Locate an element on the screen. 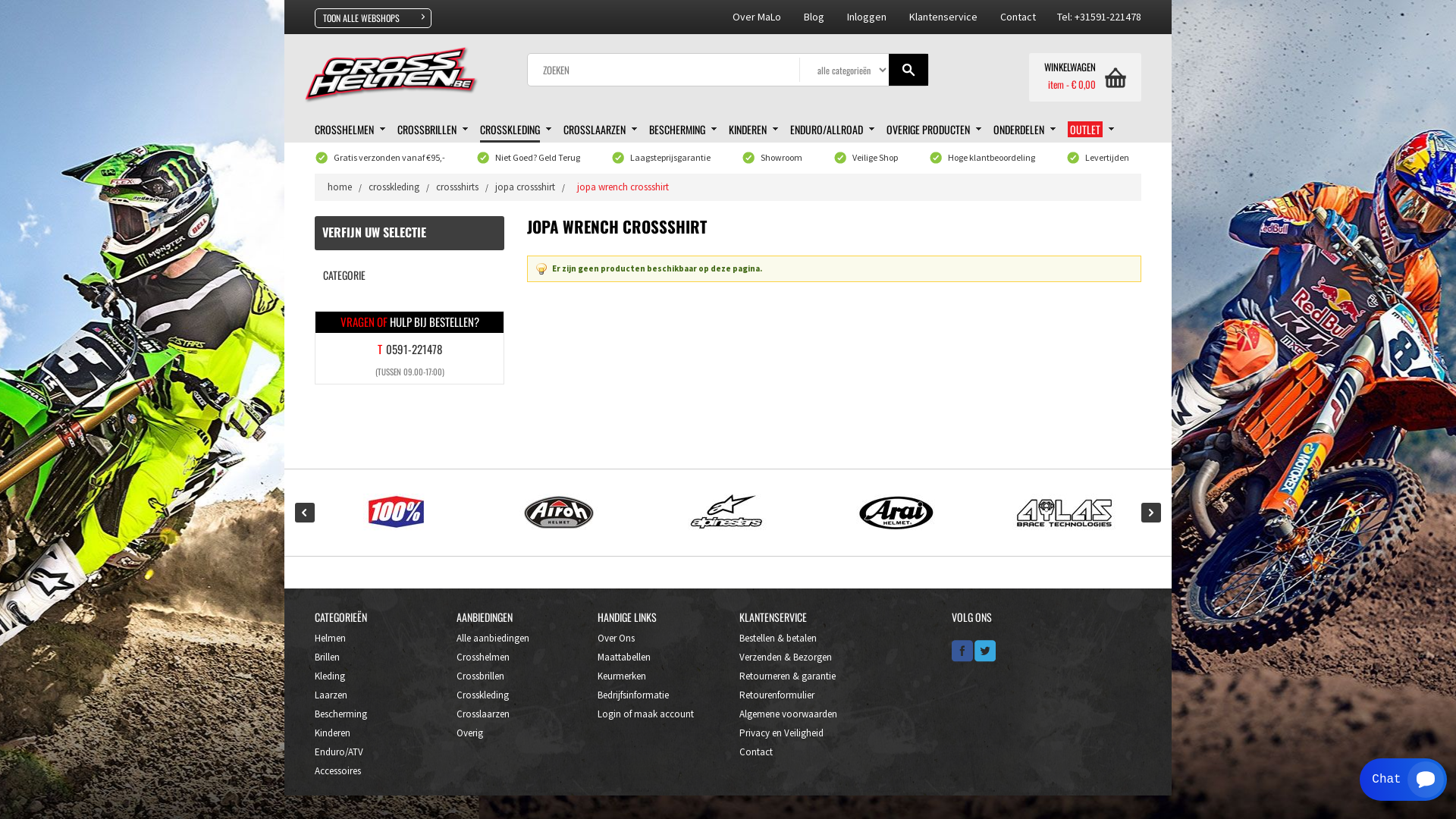  'ENDURO/ALLROAD' is located at coordinates (831, 128).